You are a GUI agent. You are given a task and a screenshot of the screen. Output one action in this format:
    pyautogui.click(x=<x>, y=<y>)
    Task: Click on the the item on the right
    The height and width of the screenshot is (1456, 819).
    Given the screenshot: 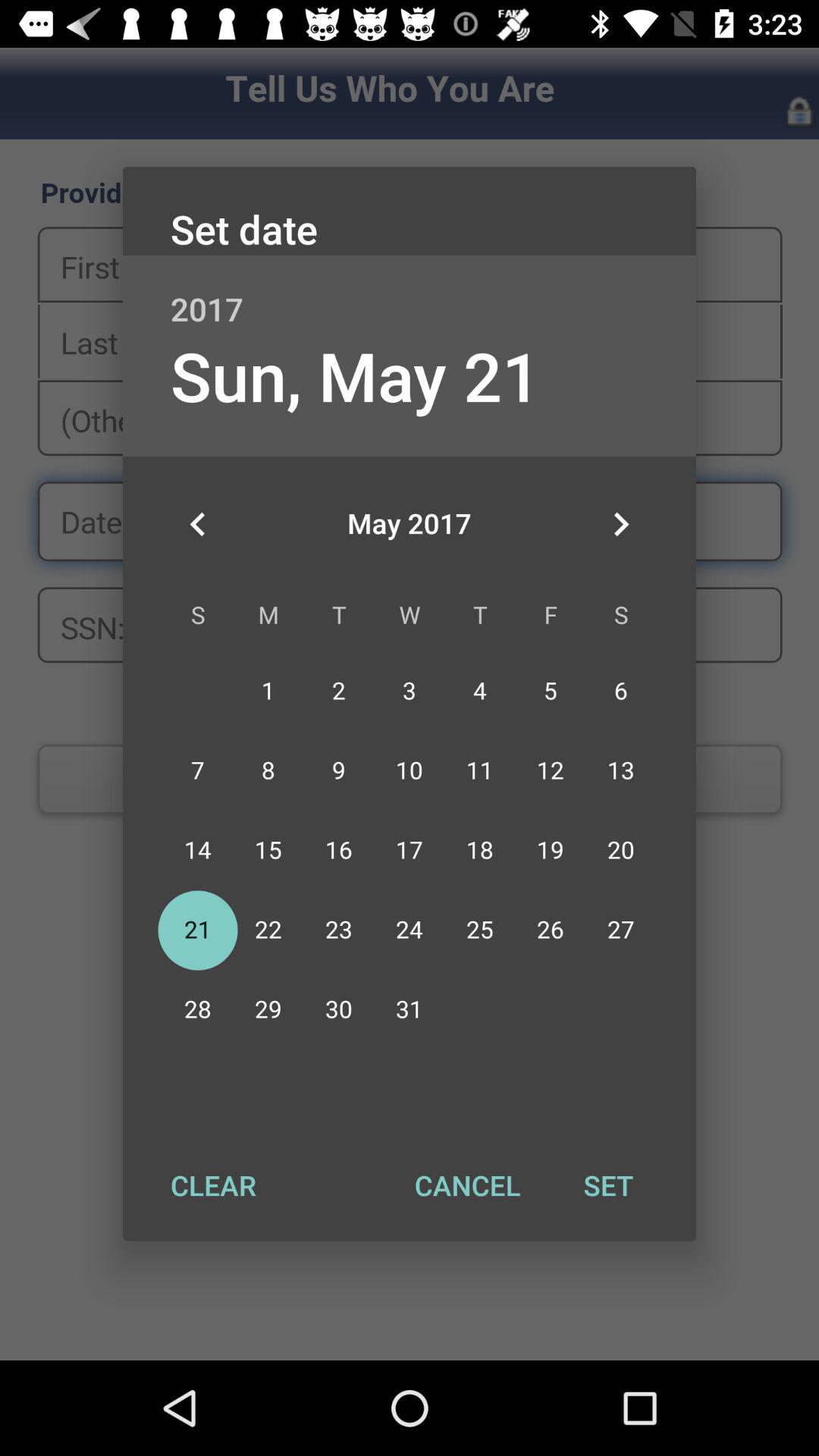 What is the action you would take?
    pyautogui.click(x=620, y=524)
    